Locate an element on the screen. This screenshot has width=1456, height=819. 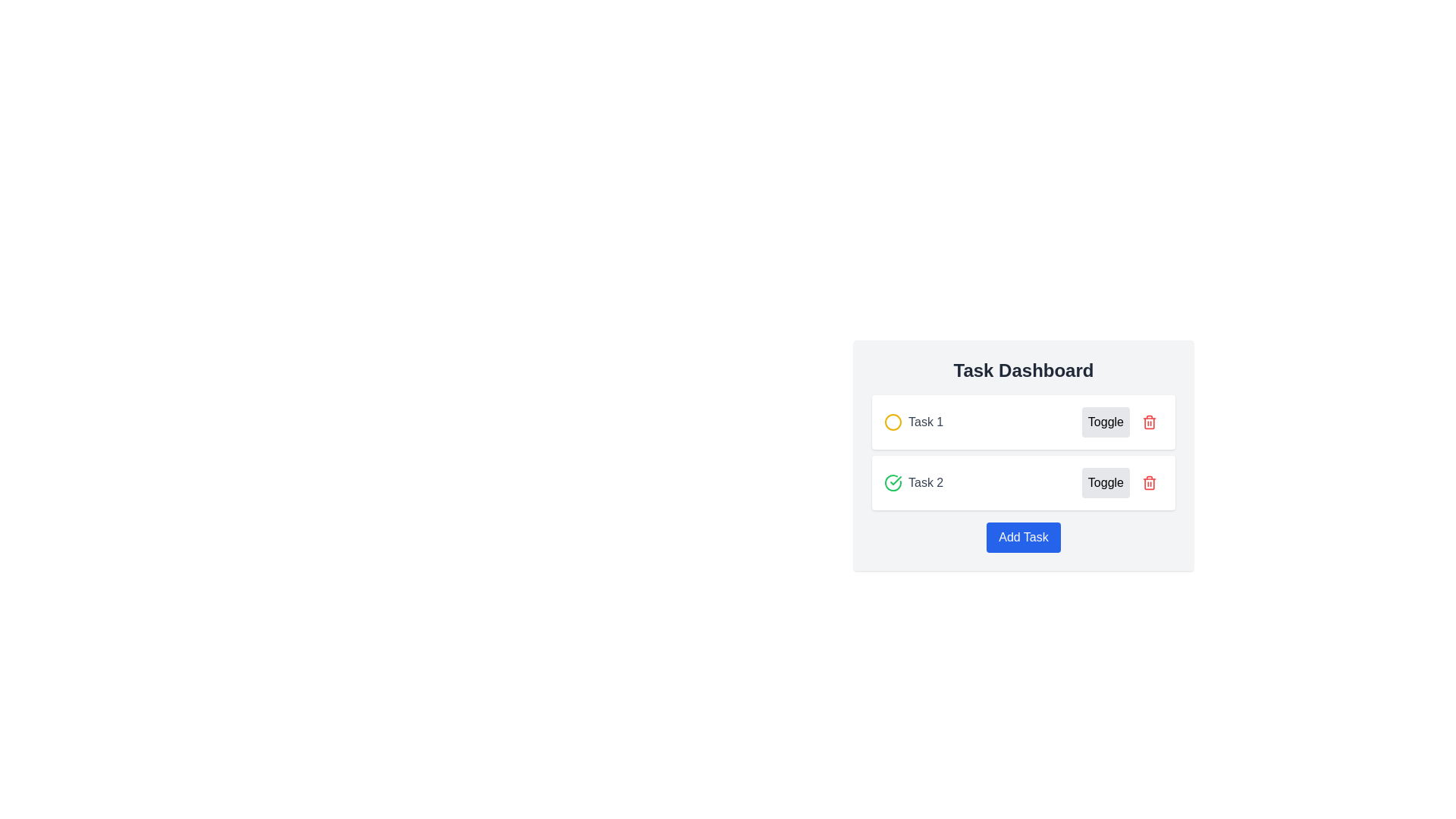
the green checkmark SVG element that indicates the completion status of Task 2 in the task dashboard panel is located at coordinates (896, 480).